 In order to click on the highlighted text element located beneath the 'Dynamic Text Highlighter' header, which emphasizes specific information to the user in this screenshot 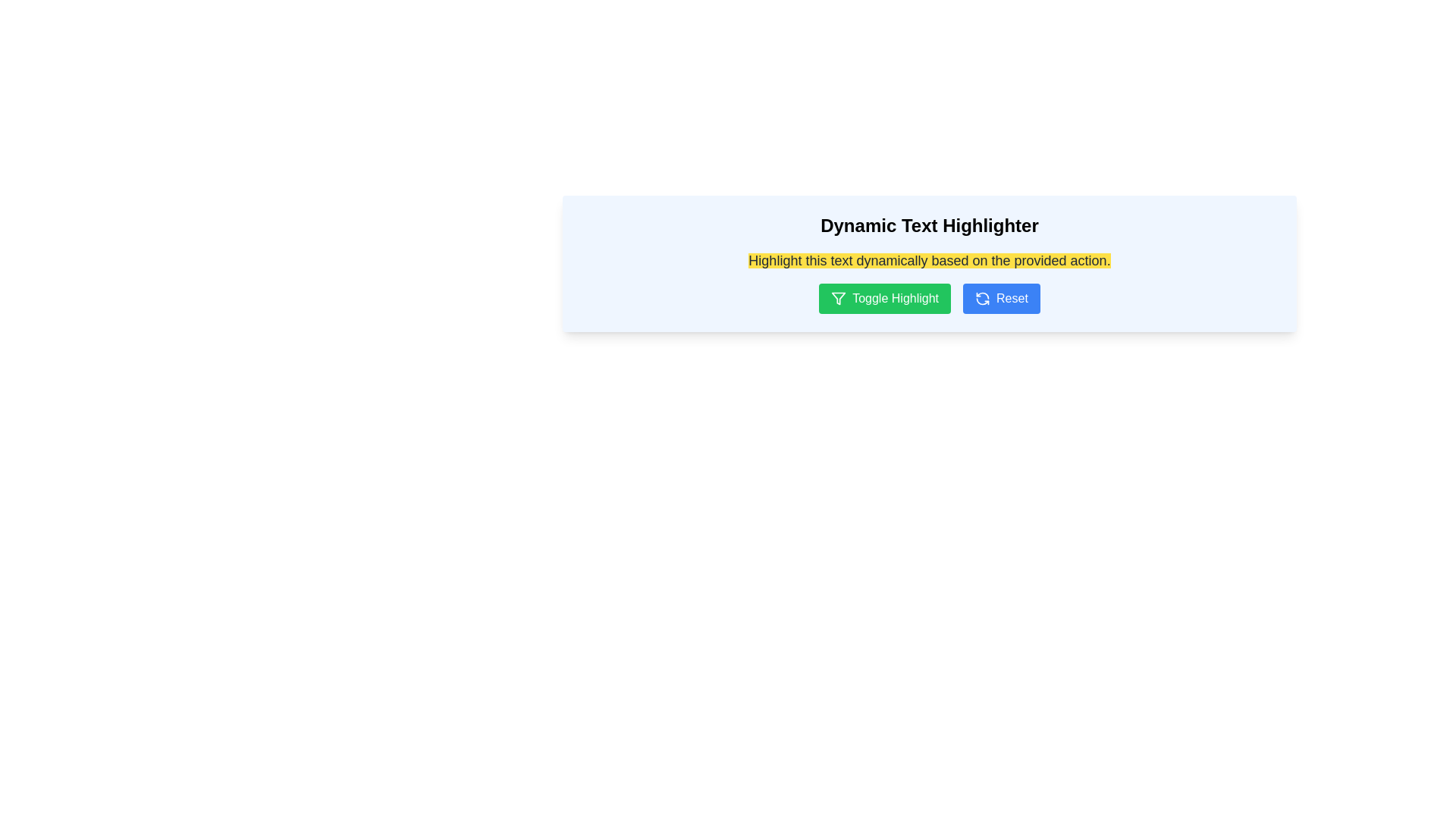, I will do `click(928, 259)`.